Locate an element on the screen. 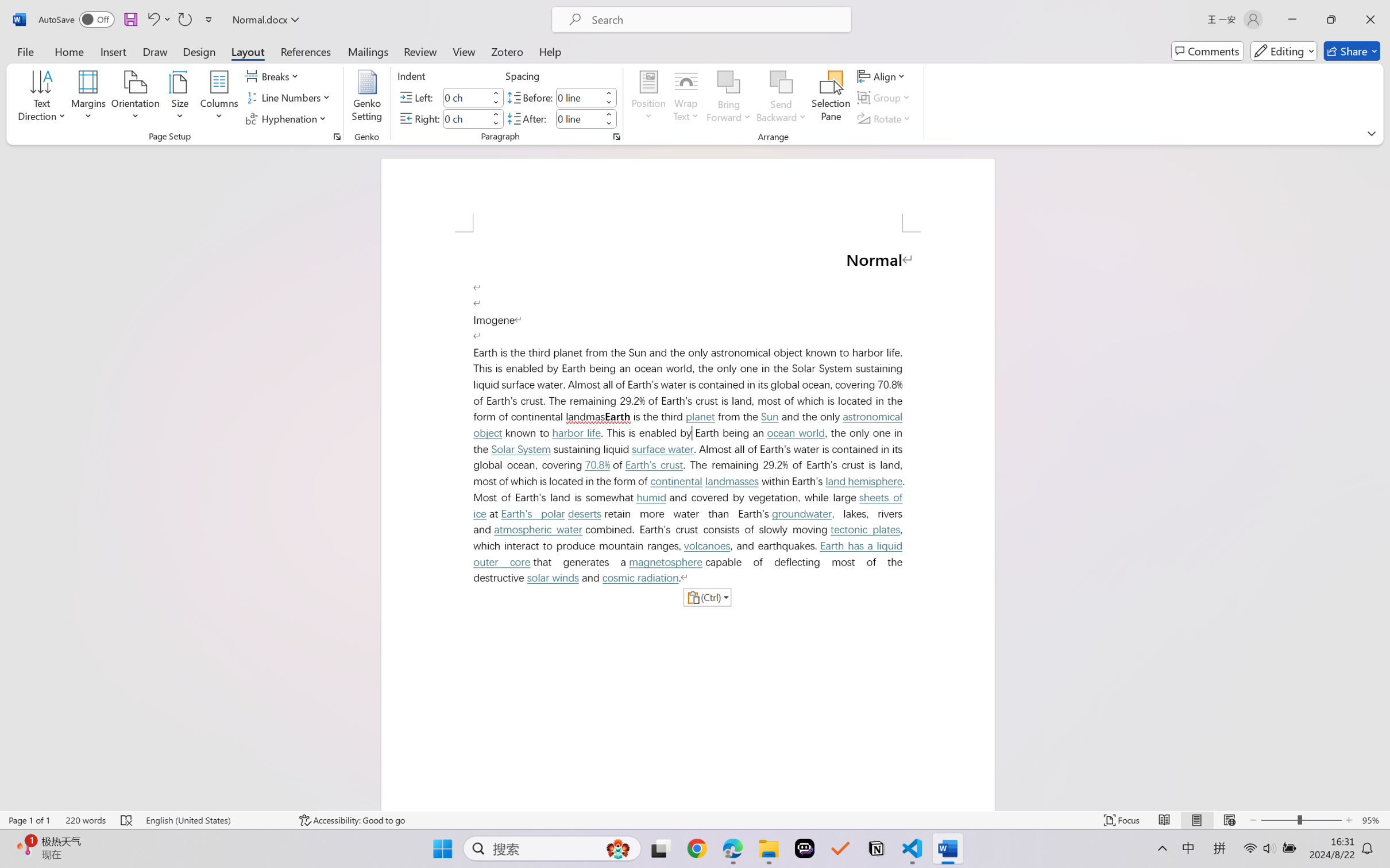  'sheets of ice' is located at coordinates (690, 505).